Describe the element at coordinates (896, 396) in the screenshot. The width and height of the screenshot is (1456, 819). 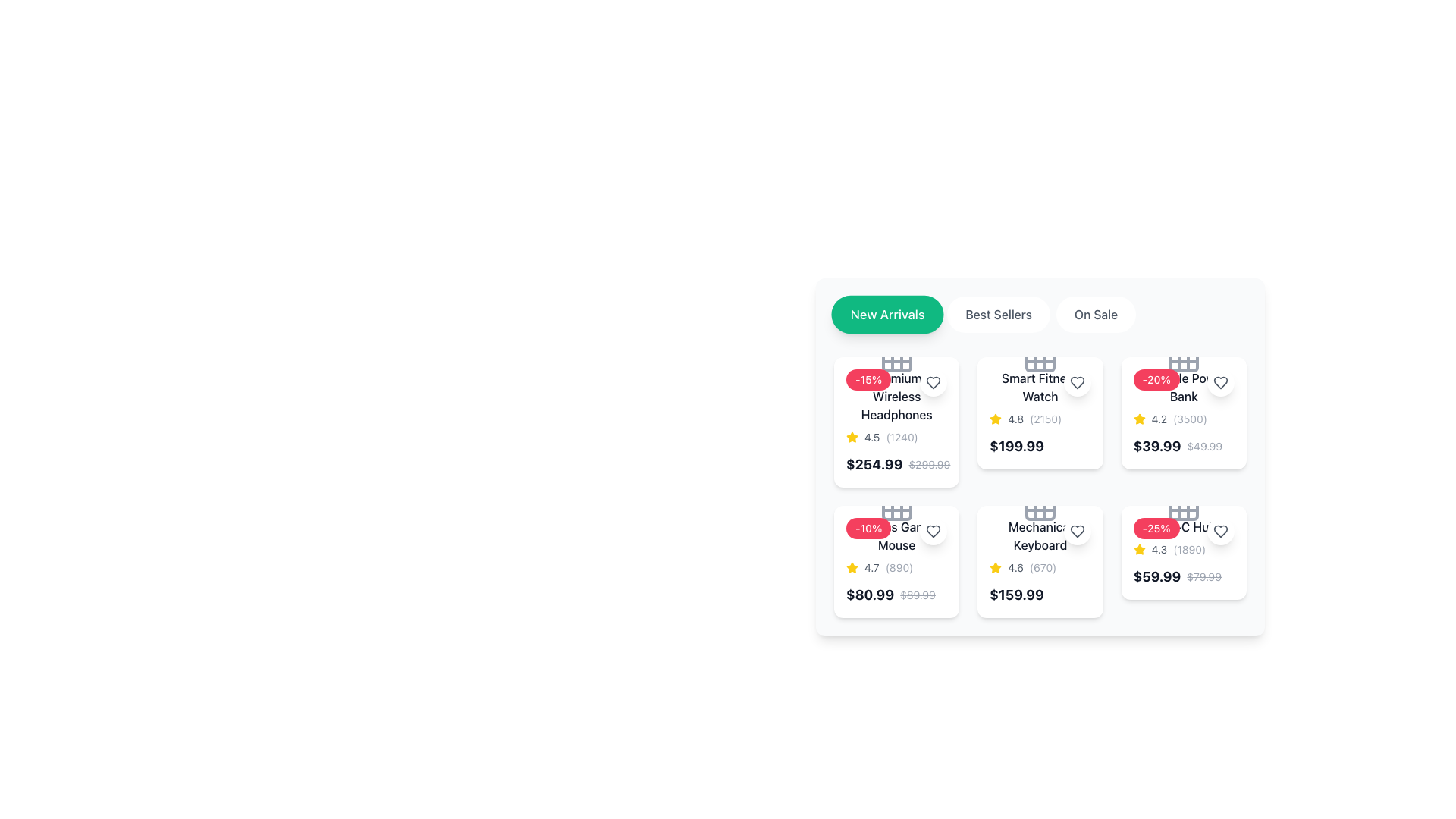
I see `the product name text label located at the top of the product card, below the discount badge and above the rating and price details` at that location.